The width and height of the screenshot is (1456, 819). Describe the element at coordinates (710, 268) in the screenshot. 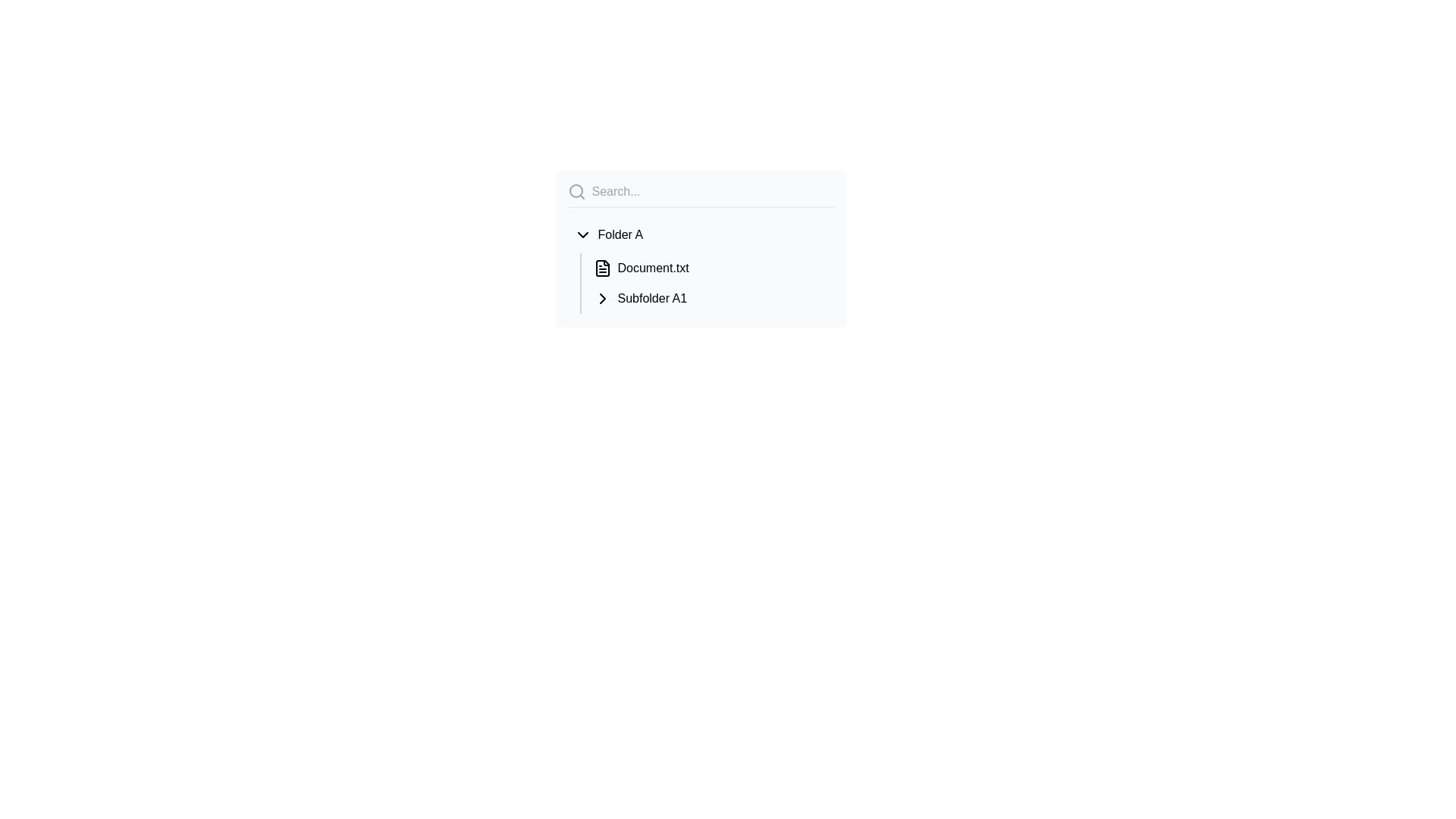

I see `the file entry 'Document.txt'` at that location.